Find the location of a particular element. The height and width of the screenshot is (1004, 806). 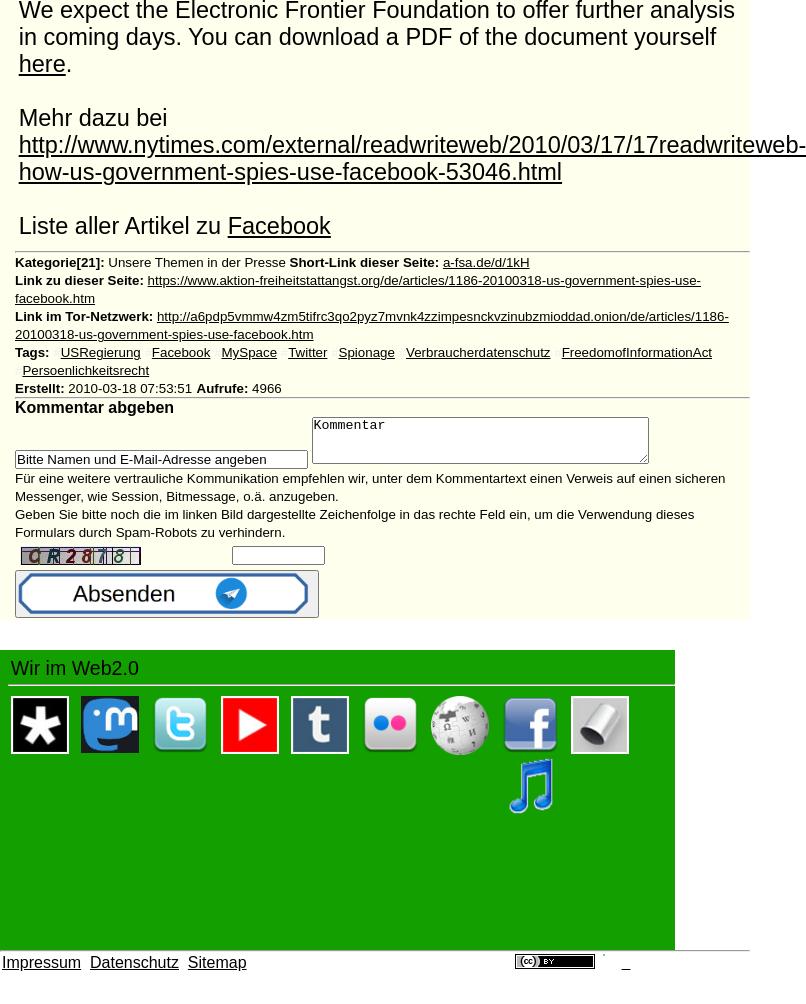

'.' is located at coordinates (67, 63).